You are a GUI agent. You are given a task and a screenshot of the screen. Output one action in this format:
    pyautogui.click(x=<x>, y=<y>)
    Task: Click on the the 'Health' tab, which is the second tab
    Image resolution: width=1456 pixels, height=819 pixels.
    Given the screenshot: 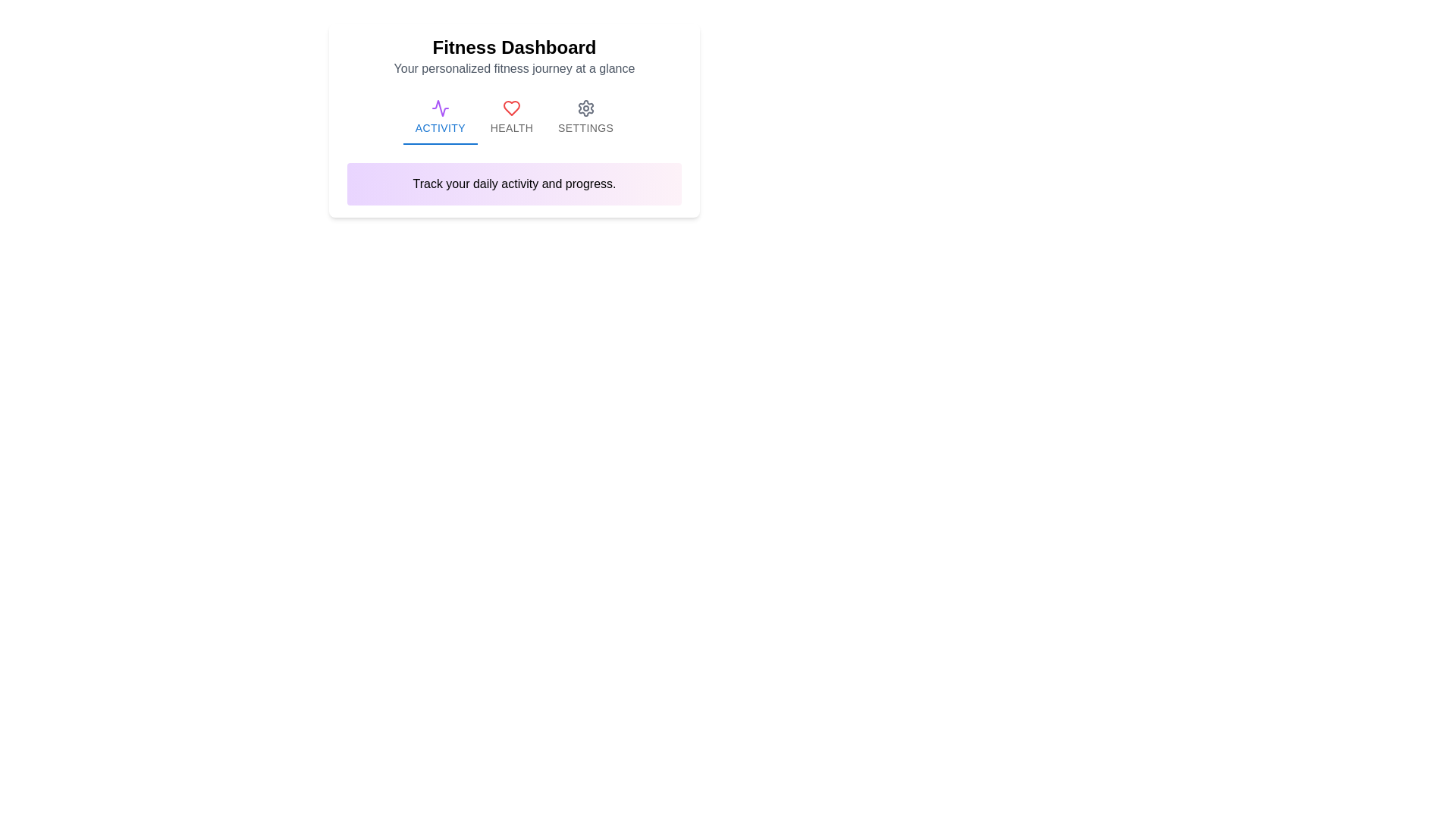 What is the action you would take?
    pyautogui.click(x=512, y=116)
    